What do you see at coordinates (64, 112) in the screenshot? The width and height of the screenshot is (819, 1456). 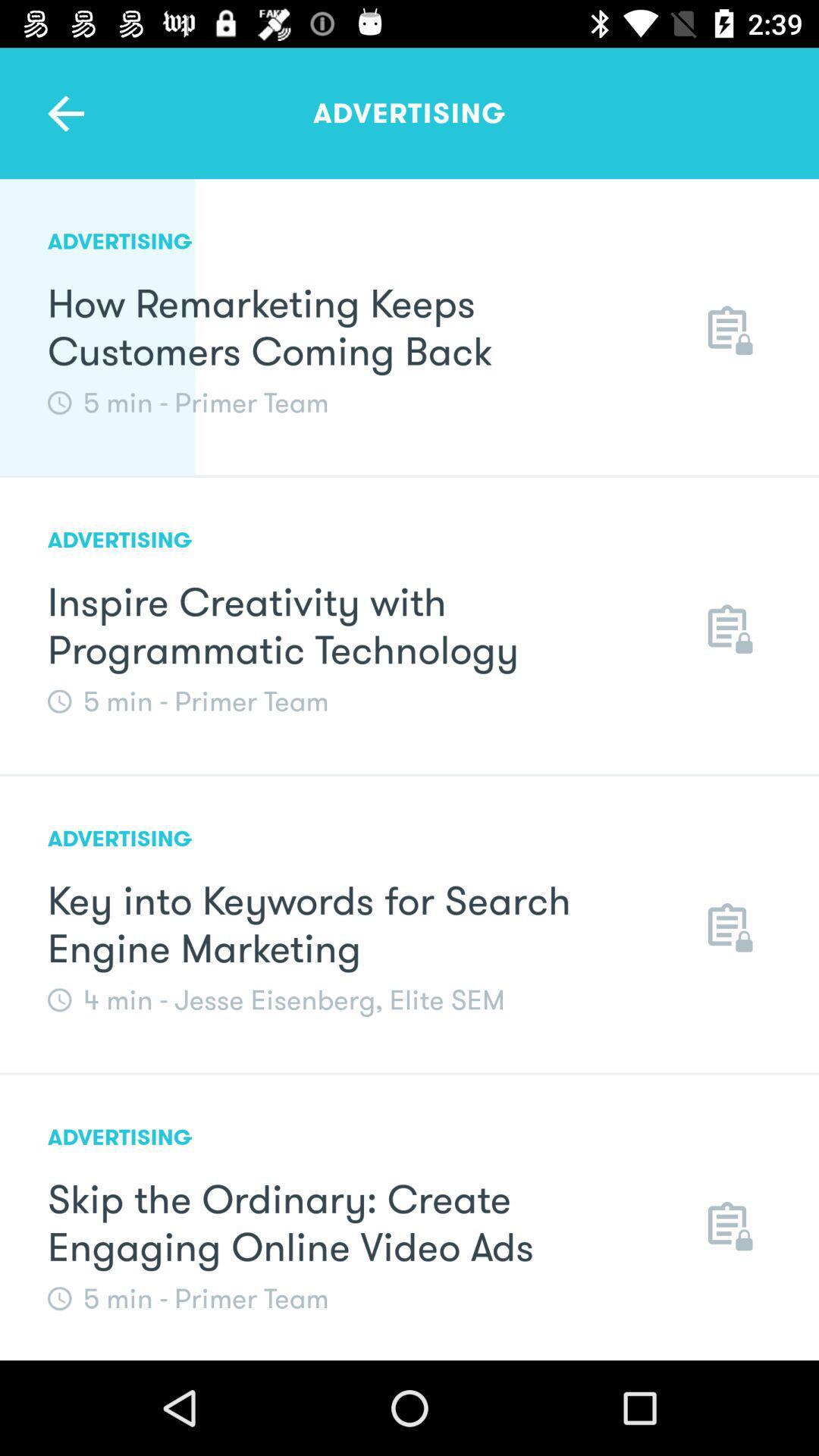 I see `the arrow_backward icon` at bounding box center [64, 112].